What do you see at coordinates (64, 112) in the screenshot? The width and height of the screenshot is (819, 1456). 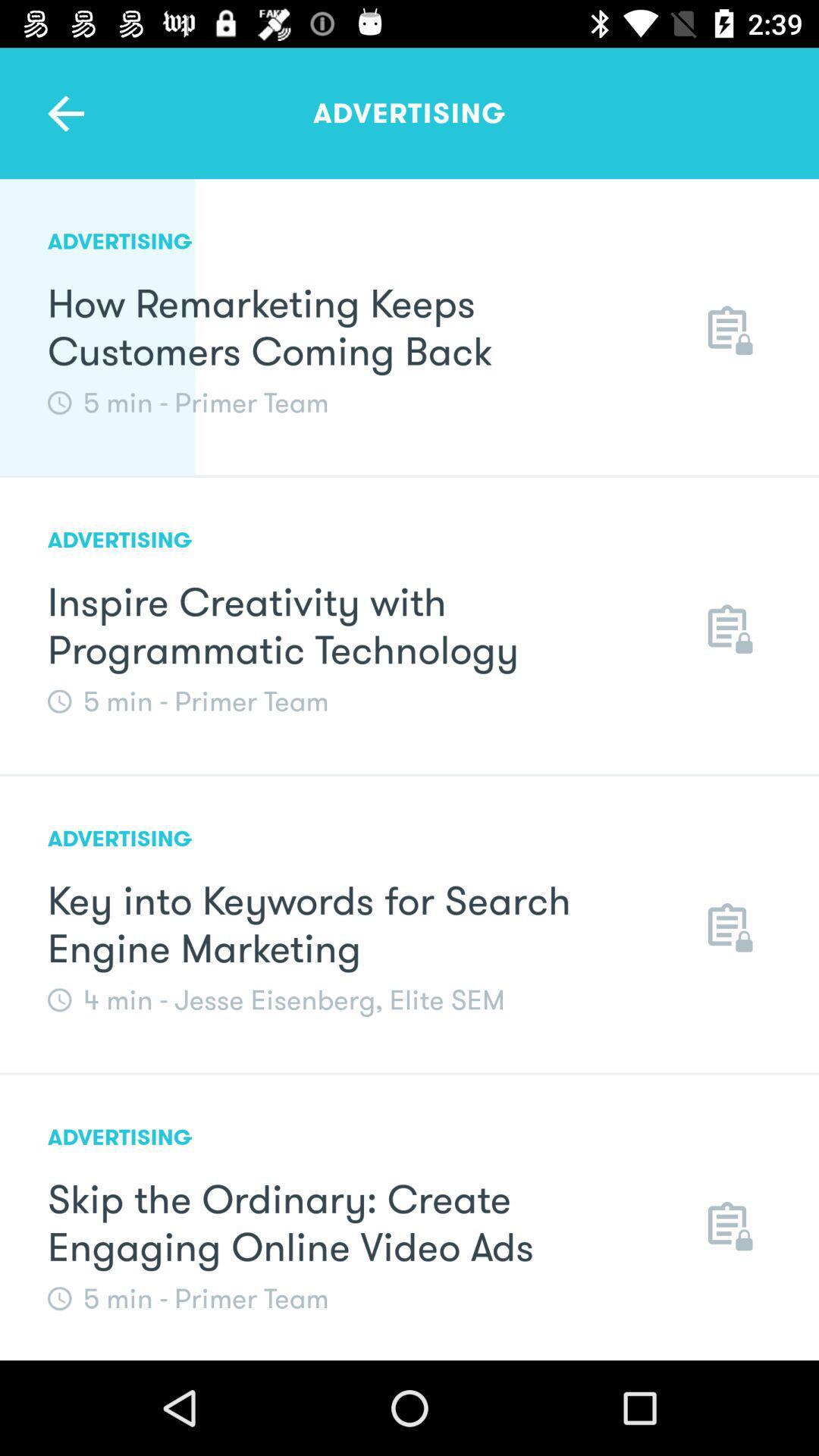 I see `the arrow_backward icon` at bounding box center [64, 112].